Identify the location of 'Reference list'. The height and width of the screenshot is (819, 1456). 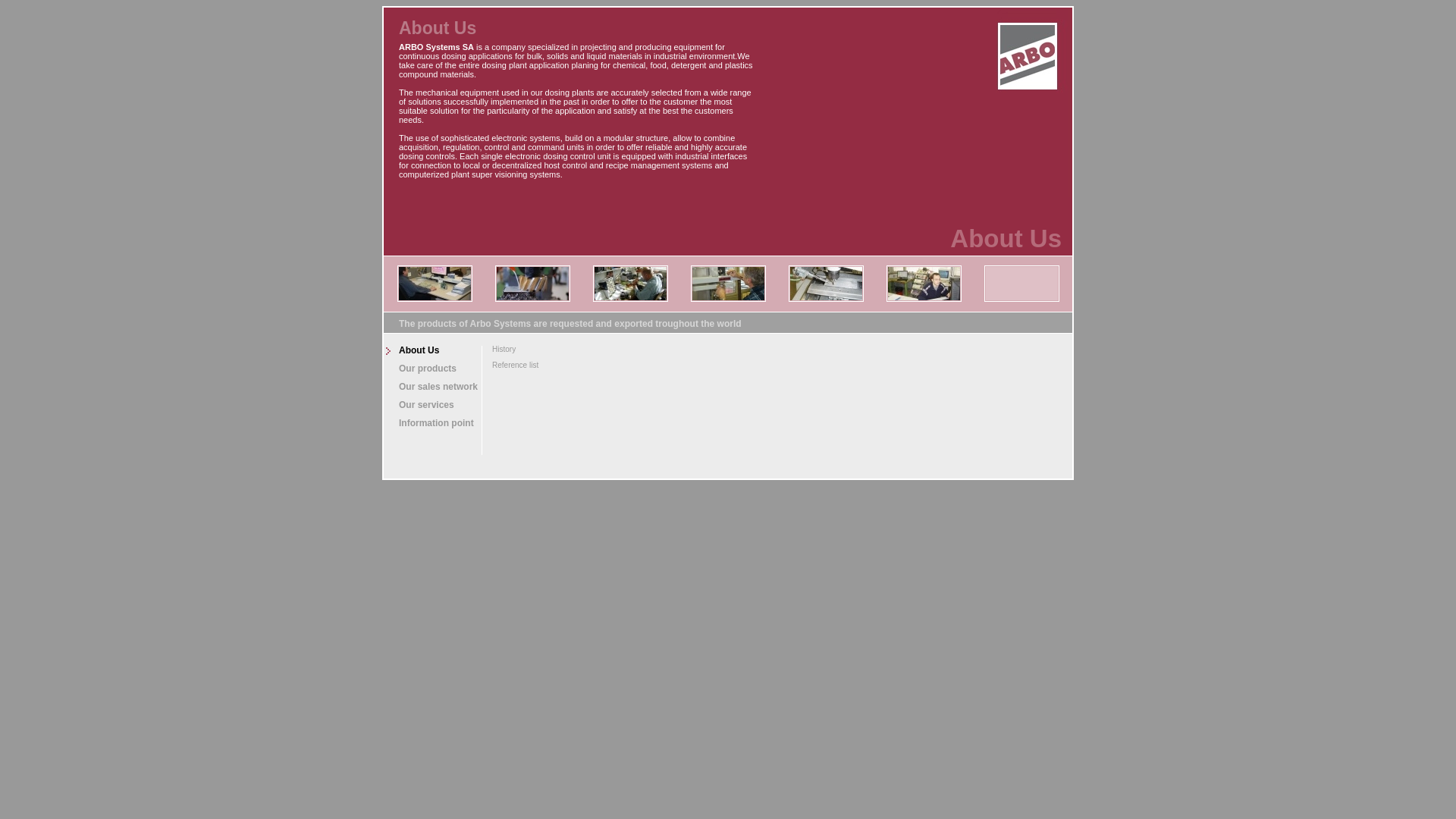
(481, 365).